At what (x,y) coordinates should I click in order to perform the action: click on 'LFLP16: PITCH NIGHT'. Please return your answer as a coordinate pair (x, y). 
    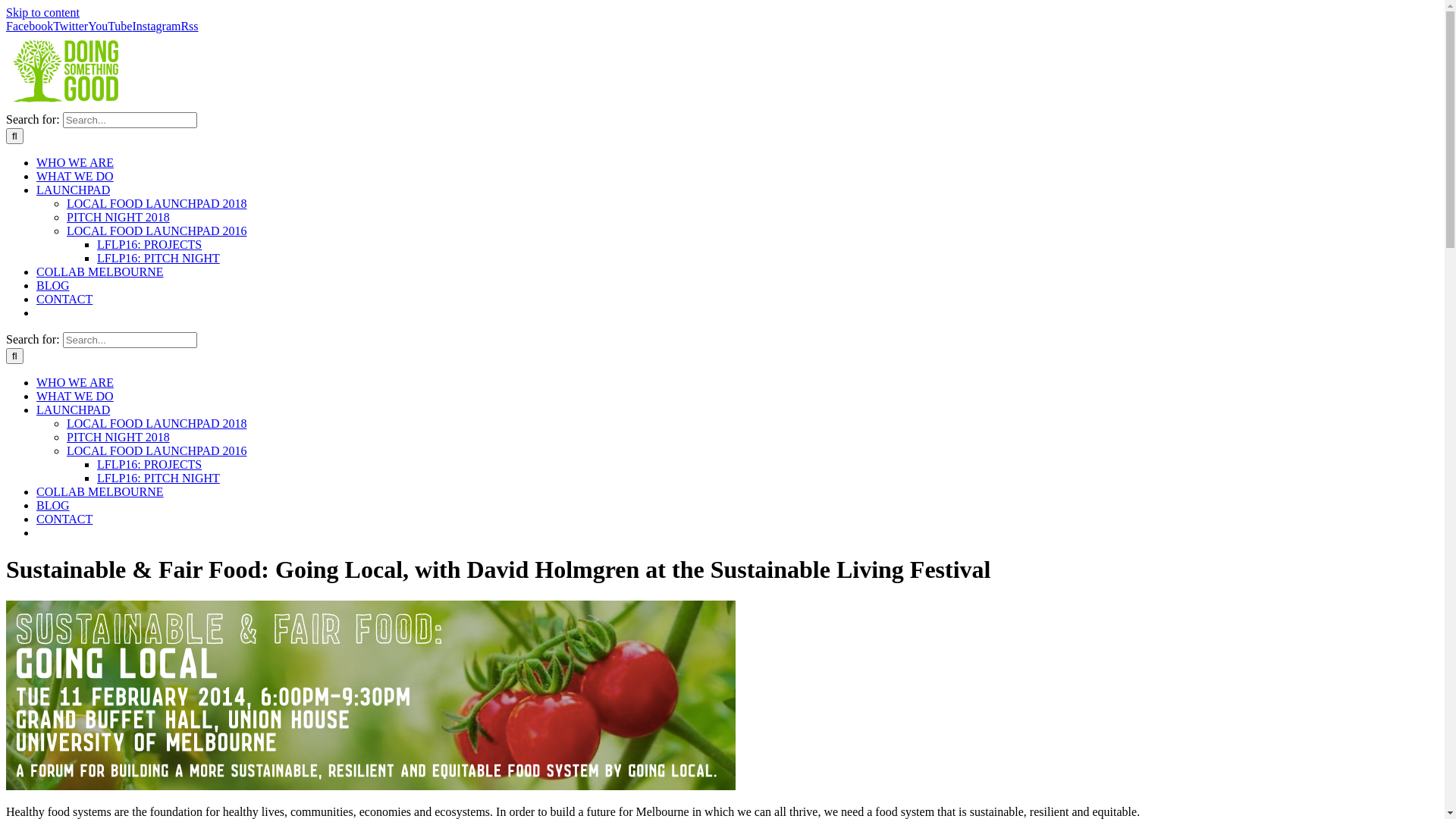
    Looking at the image, I should click on (158, 257).